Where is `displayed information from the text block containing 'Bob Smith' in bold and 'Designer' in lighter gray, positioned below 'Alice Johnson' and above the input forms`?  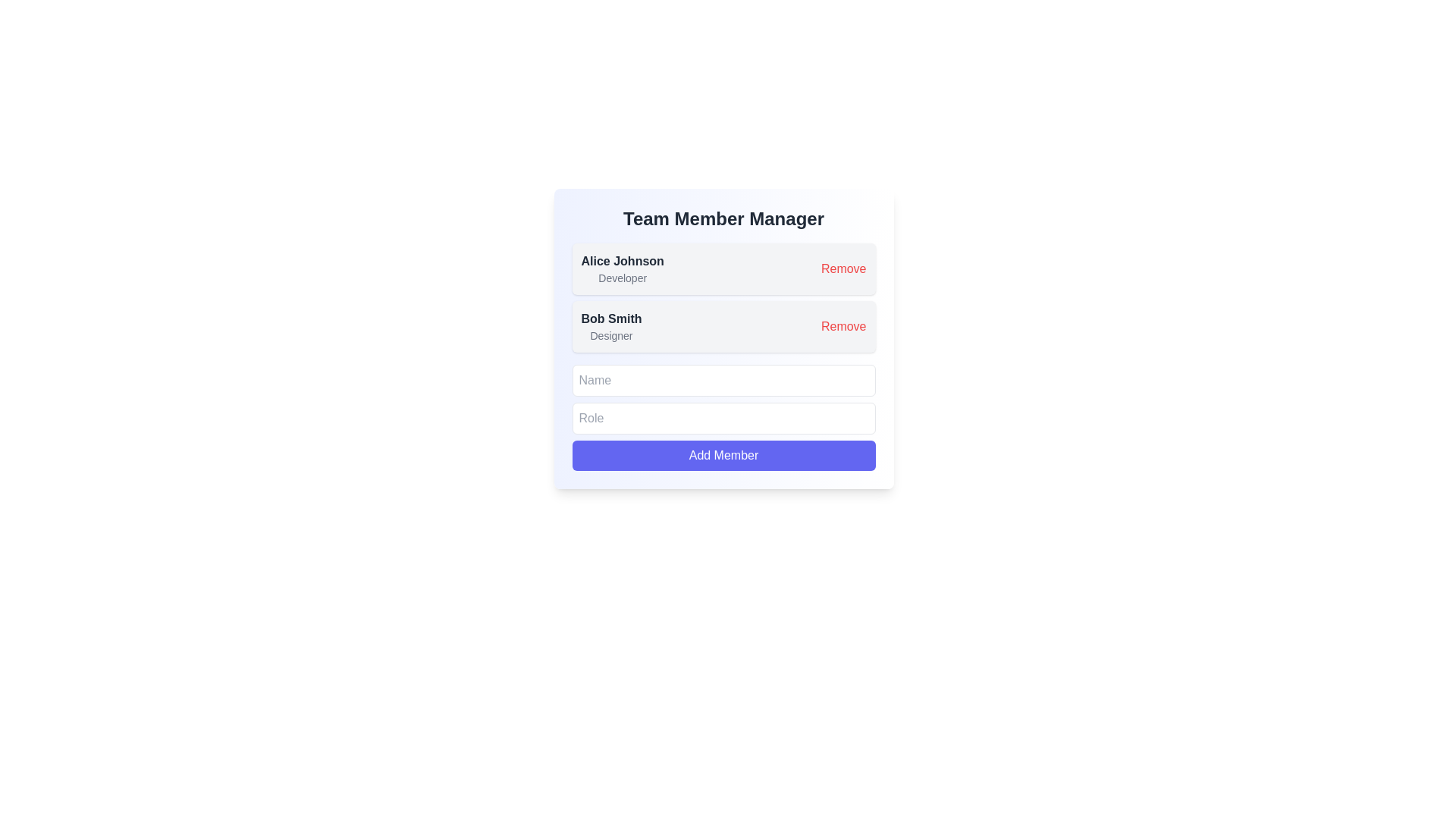
displayed information from the text block containing 'Bob Smith' in bold and 'Designer' in lighter gray, positioned below 'Alice Johnson' and above the input forms is located at coordinates (611, 326).